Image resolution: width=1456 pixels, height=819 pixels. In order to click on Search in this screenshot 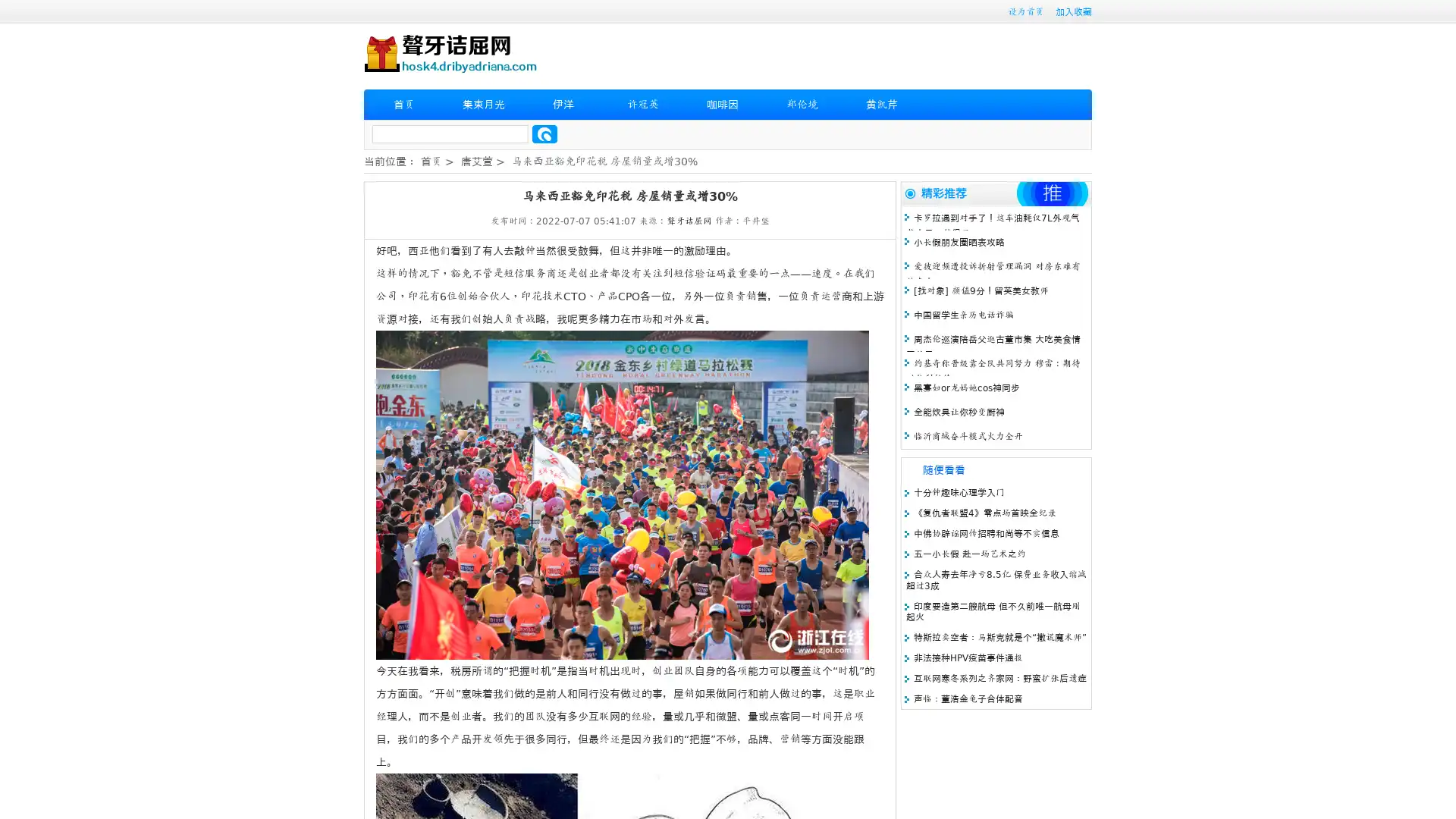, I will do `click(544, 133)`.